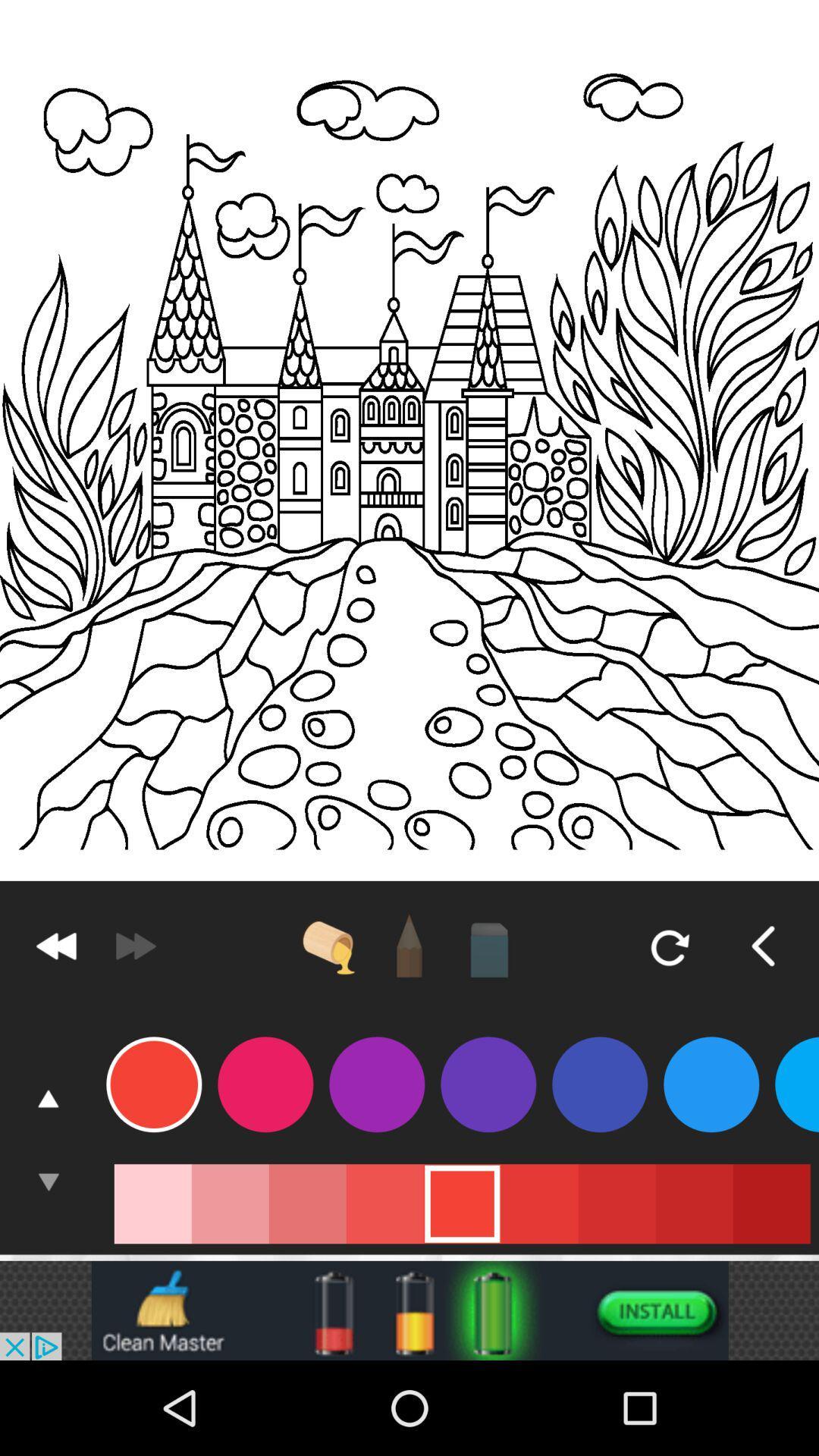  What do you see at coordinates (48, 1175) in the screenshot?
I see `the arrow_upward icon` at bounding box center [48, 1175].